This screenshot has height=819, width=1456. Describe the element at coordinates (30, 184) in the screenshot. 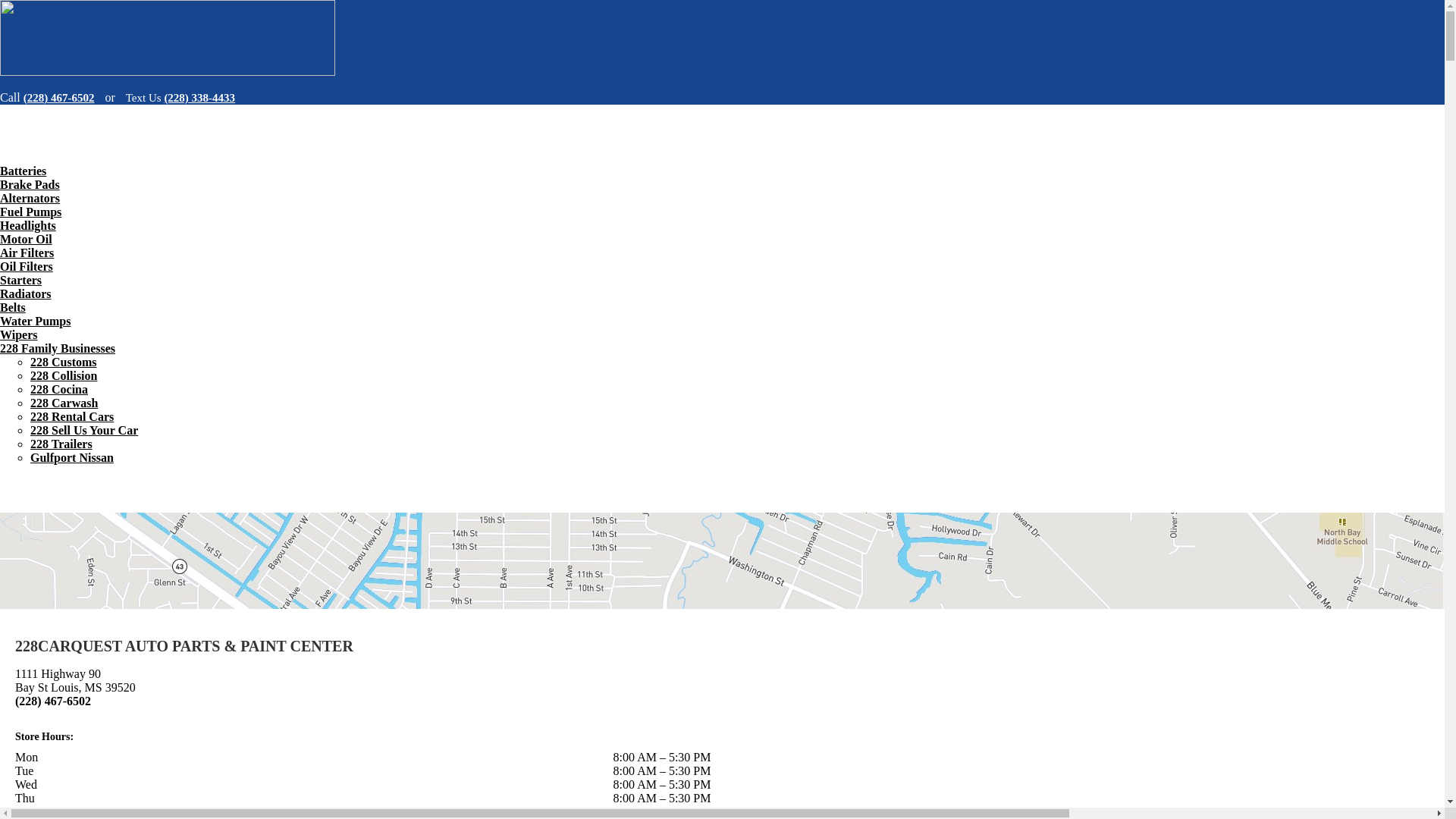

I see `'Brake Pads'` at that location.